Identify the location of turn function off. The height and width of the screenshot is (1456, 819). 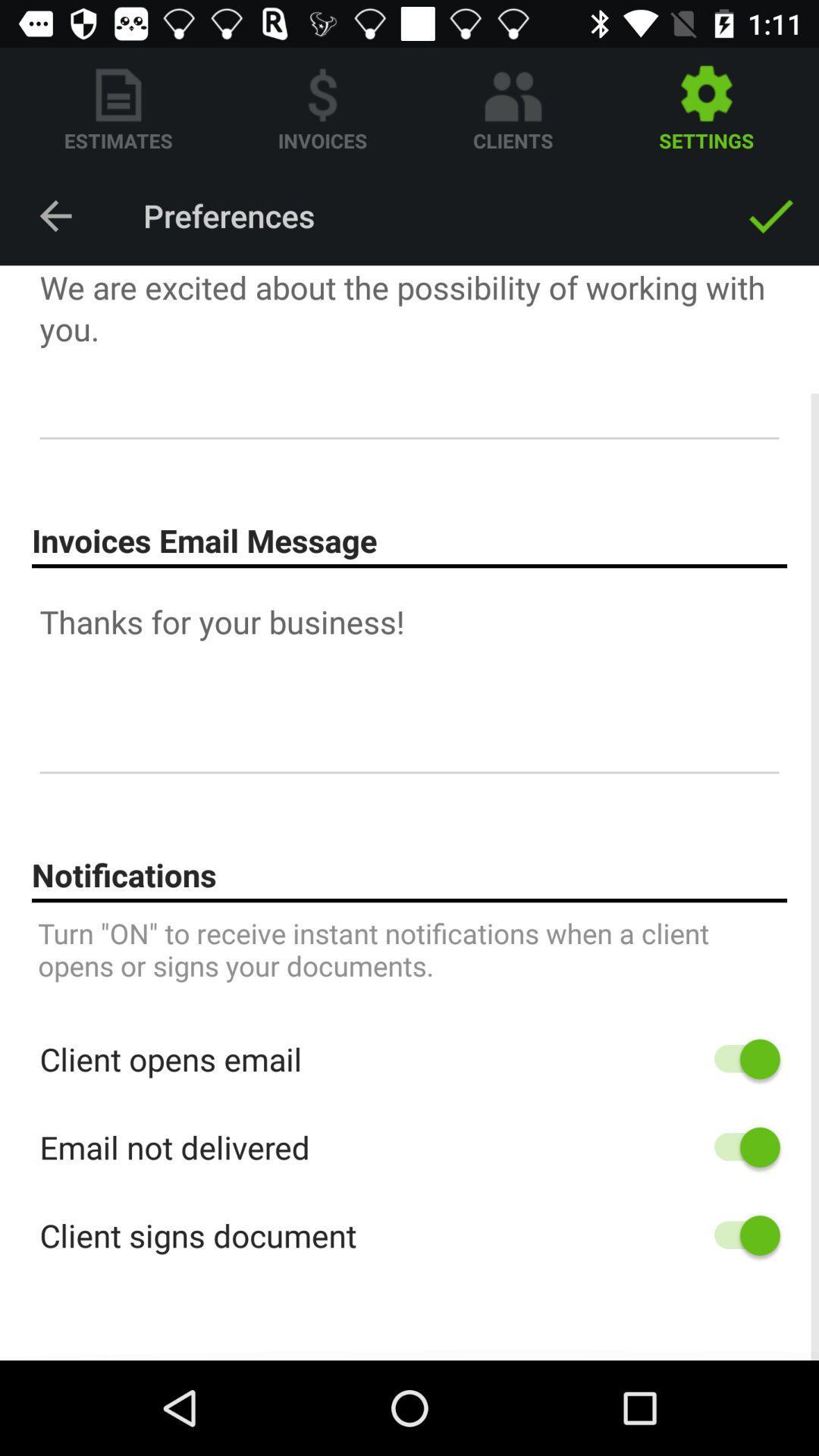
(739, 1147).